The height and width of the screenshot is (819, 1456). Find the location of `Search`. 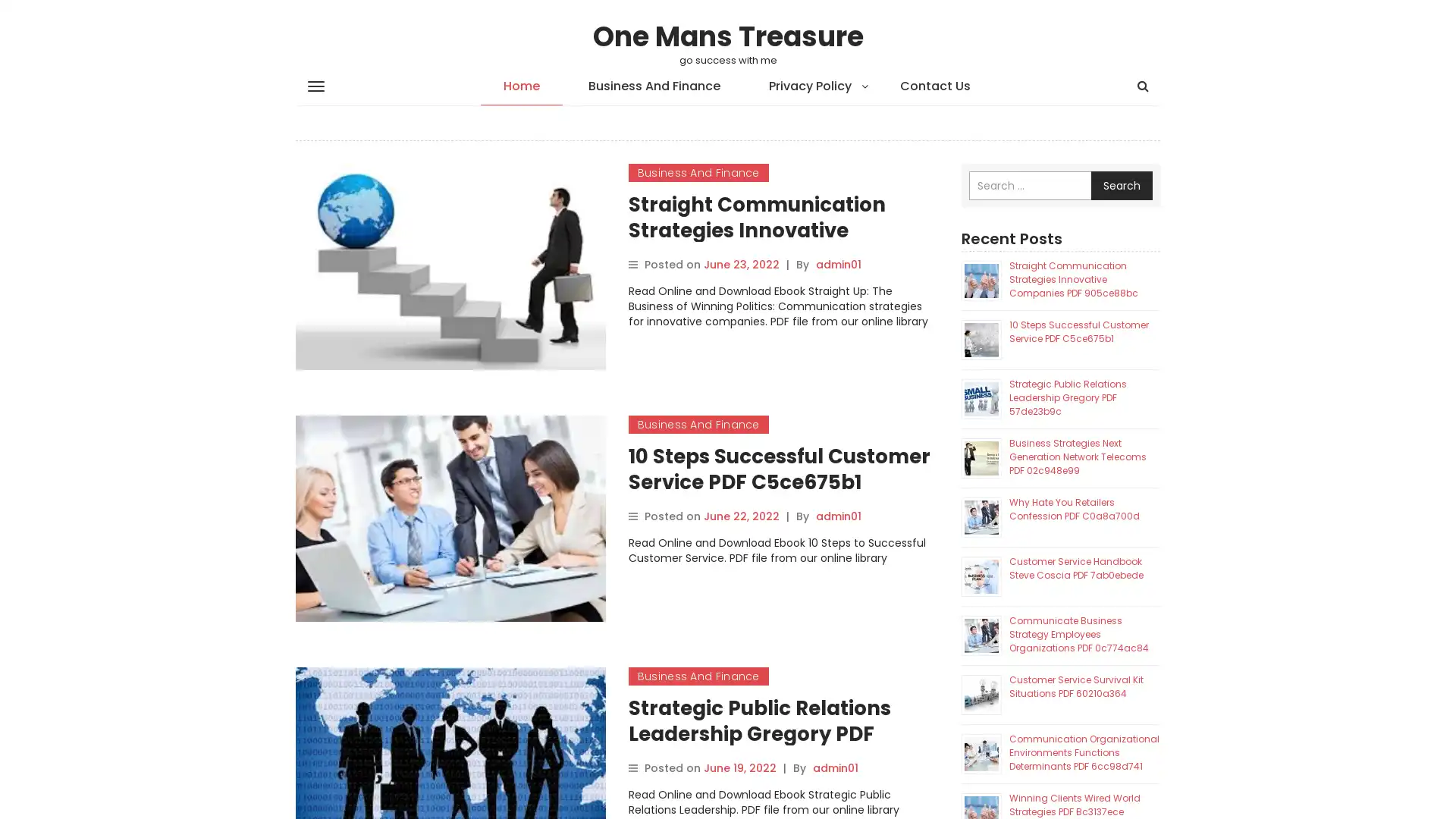

Search is located at coordinates (1122, 185).